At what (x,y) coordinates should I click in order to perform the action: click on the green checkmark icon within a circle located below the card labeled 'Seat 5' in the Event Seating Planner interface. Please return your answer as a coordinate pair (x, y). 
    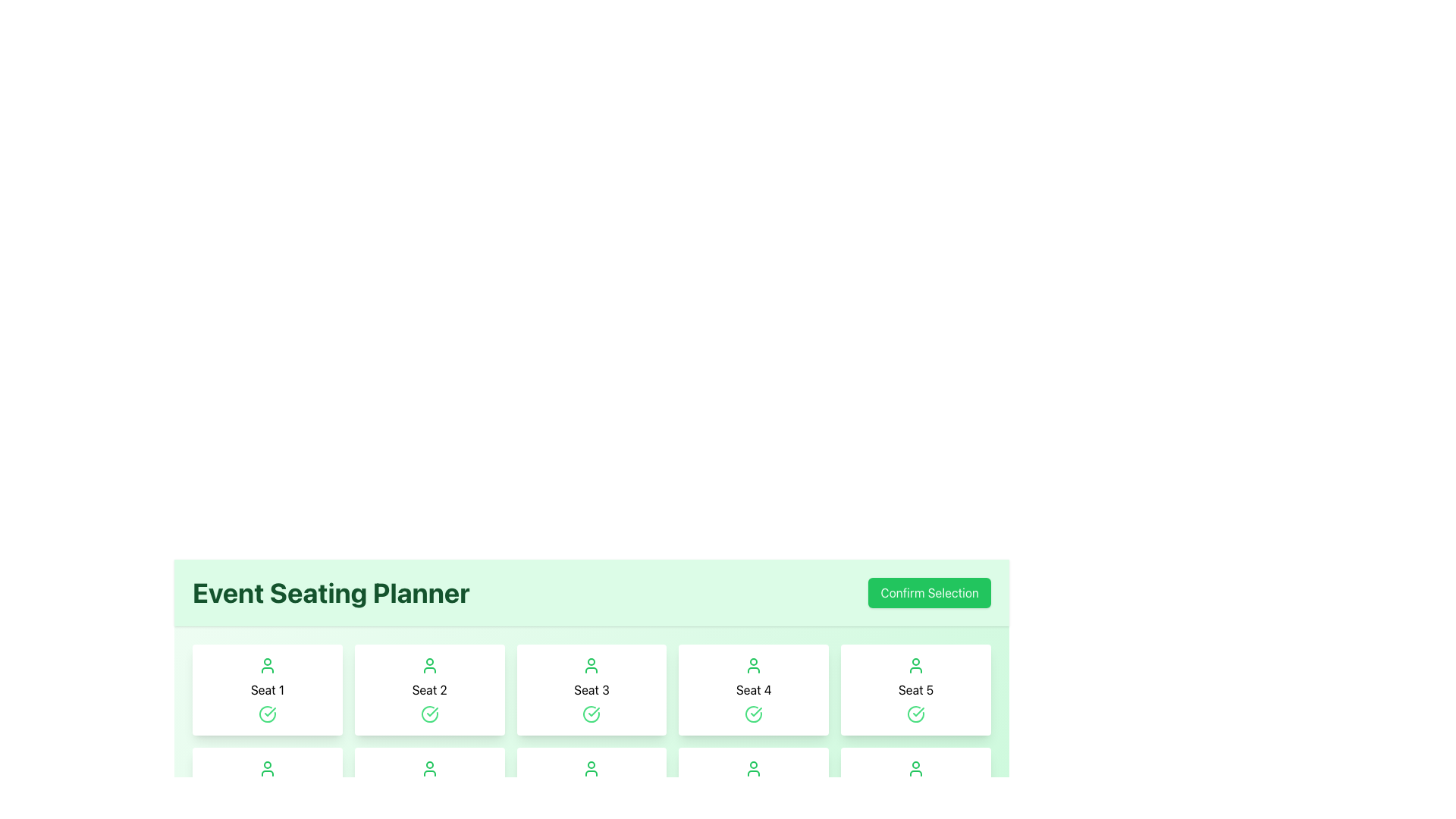
    Looking at the image, I should click on (918, 711).